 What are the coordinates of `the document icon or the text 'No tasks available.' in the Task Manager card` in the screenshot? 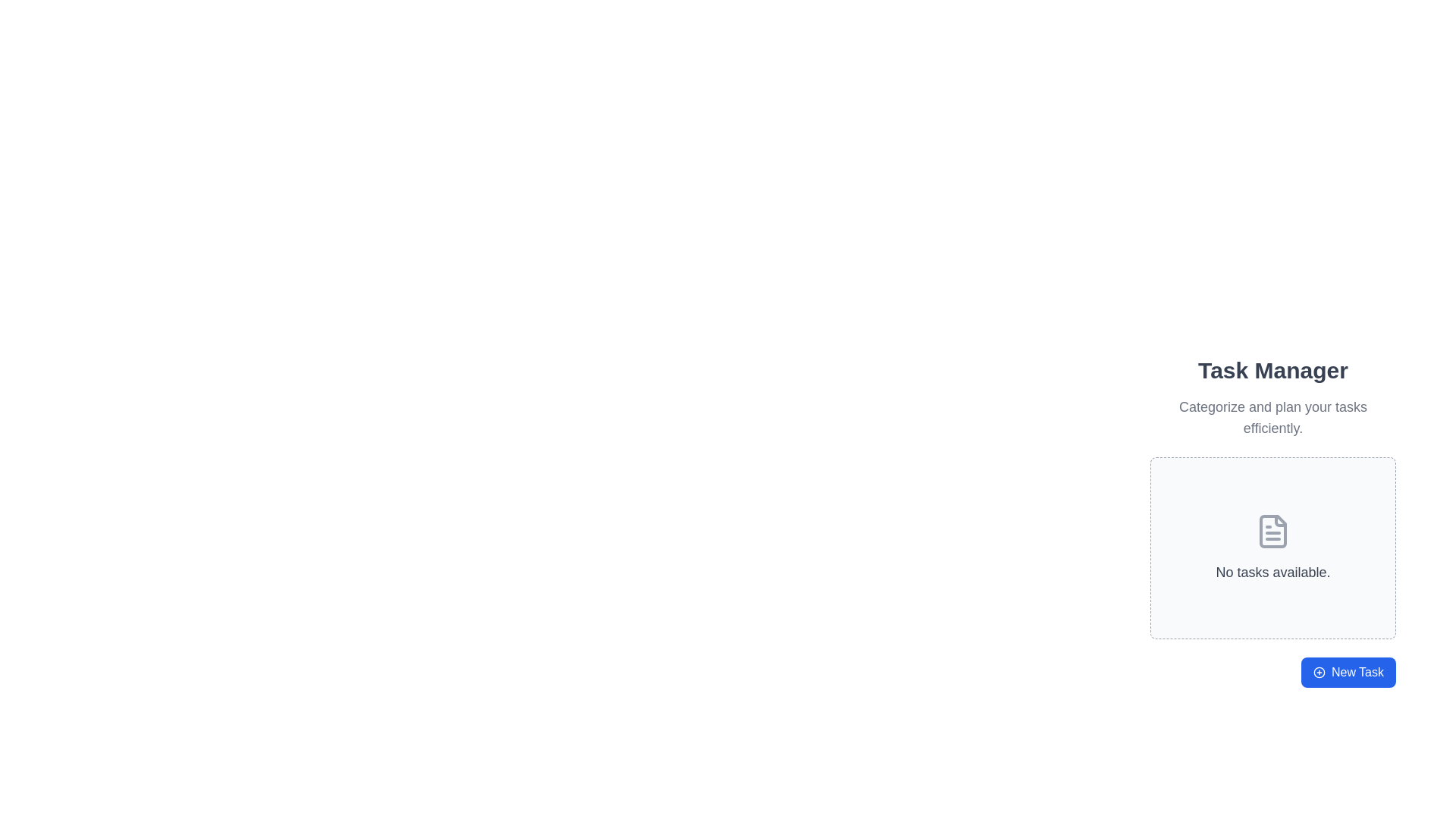 It's located at (1273, 544).